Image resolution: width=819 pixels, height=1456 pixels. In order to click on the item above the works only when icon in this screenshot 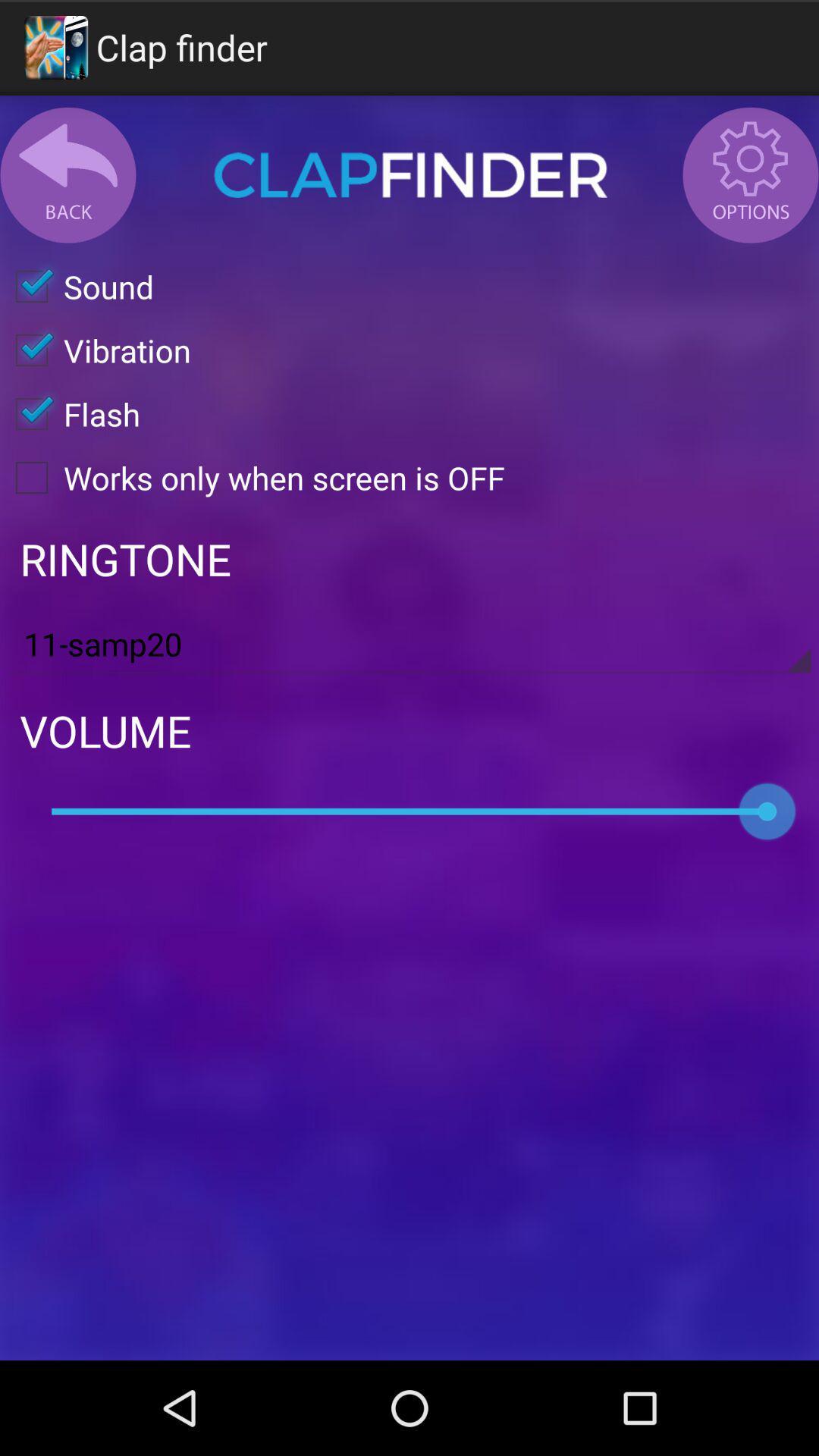, I will do `click(70, 414)`.